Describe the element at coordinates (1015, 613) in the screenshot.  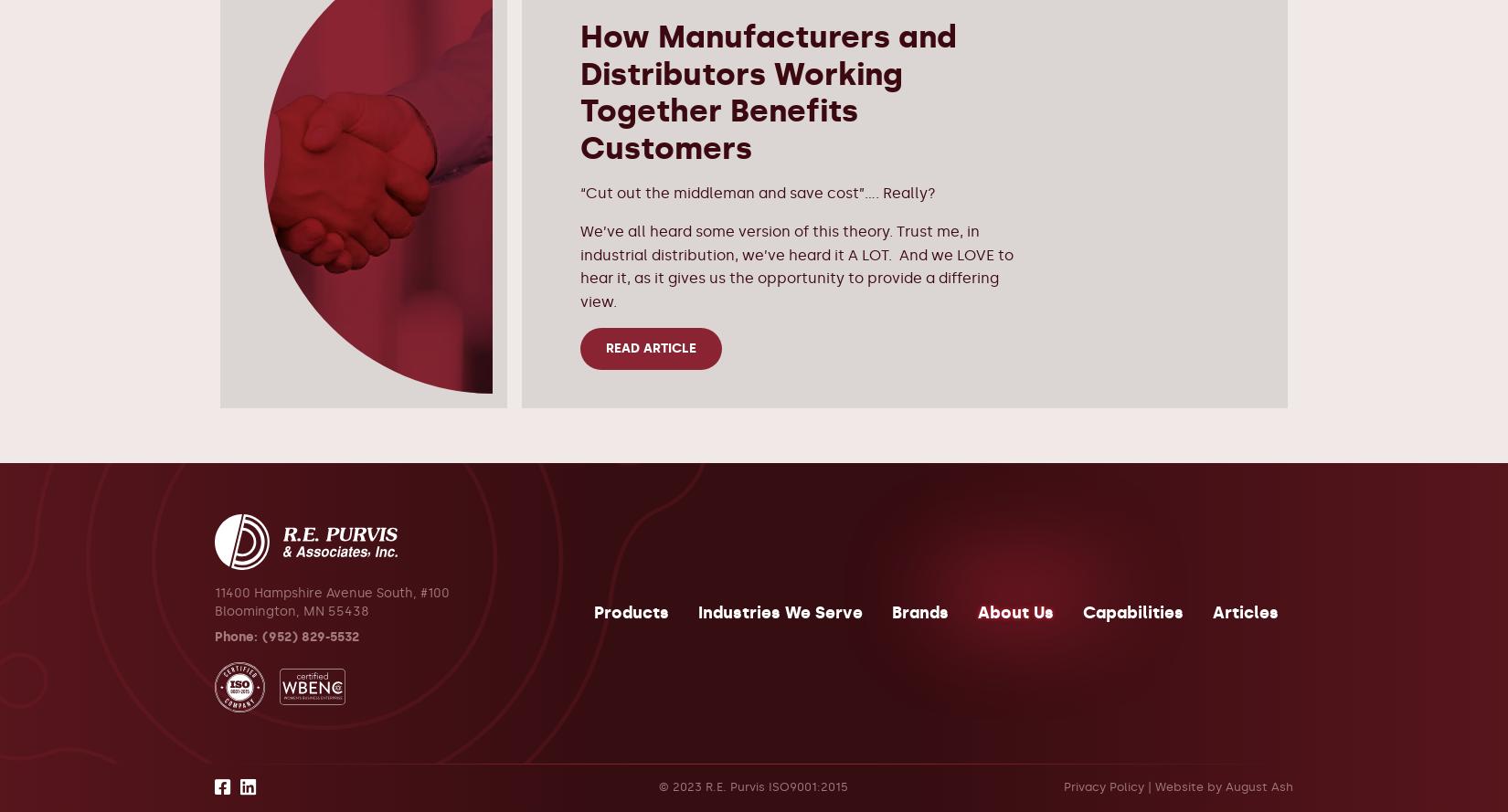
I see `'About Us'` at that location.